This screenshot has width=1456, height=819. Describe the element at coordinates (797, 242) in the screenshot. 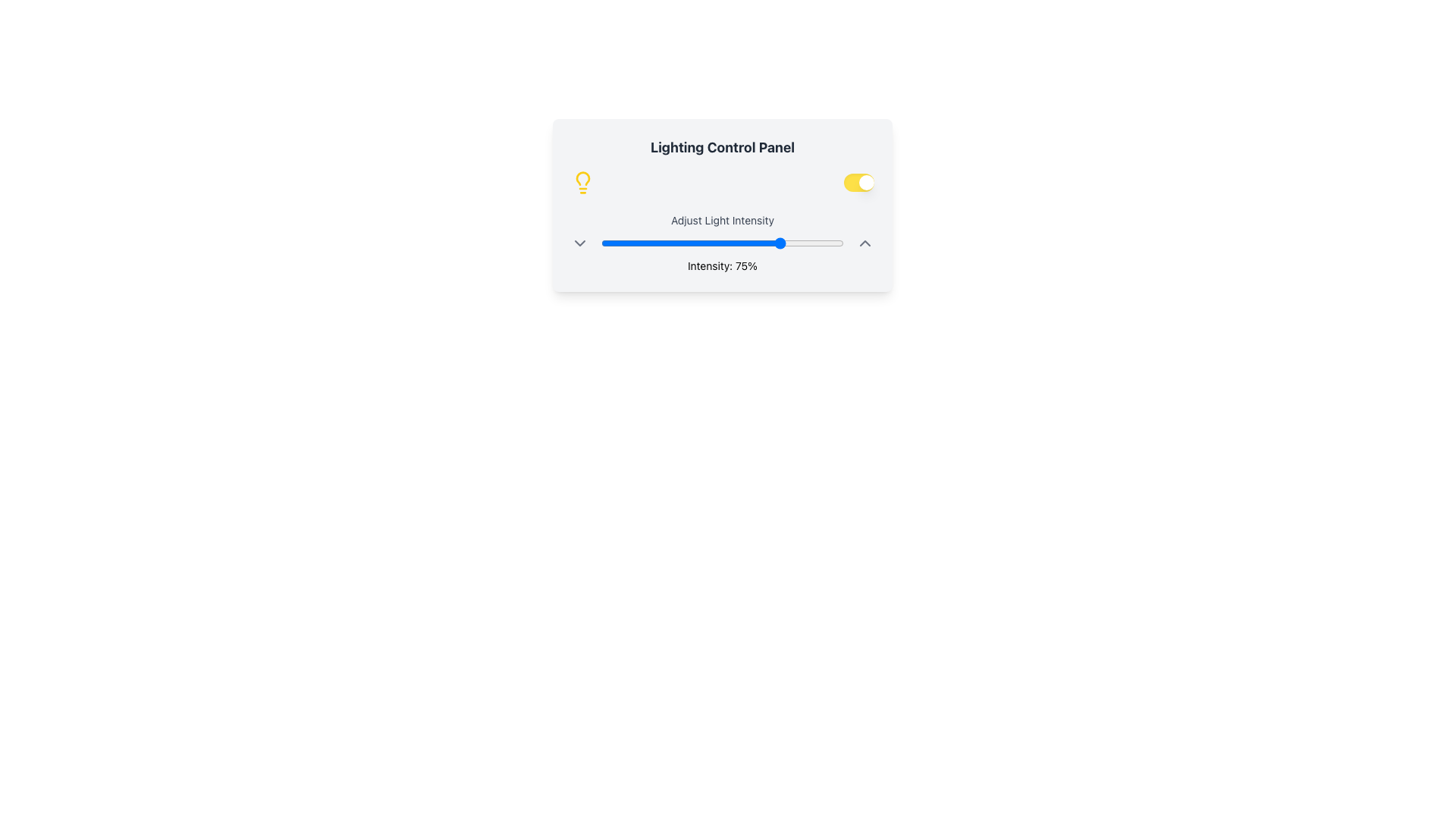

I see `light intensity` at that location.